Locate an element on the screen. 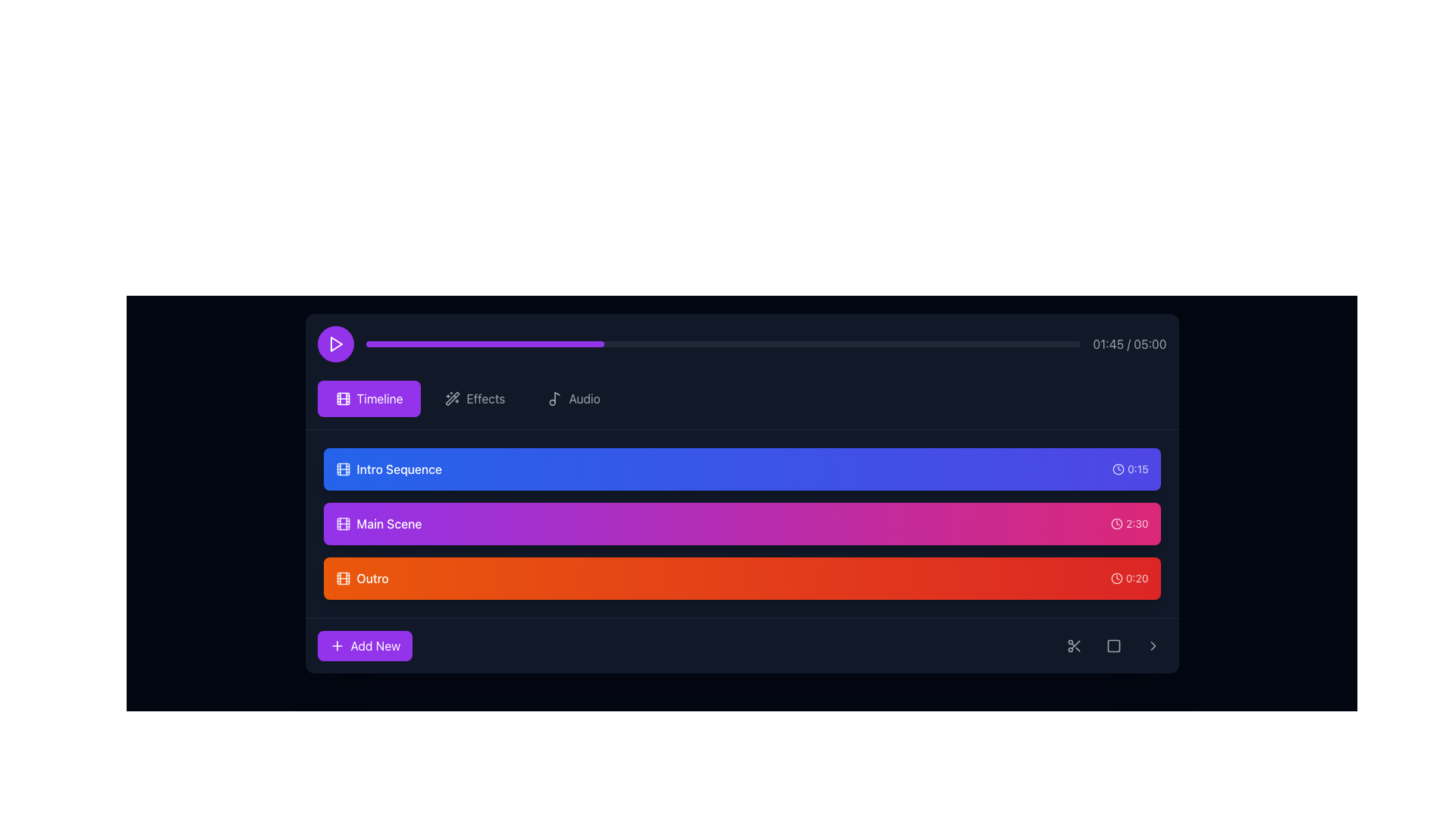  the second button in the horizontal navigation menu, located to the right of the 'Timeline' button and to the left of the 'Audio' button is located at coordinates (474, 397).